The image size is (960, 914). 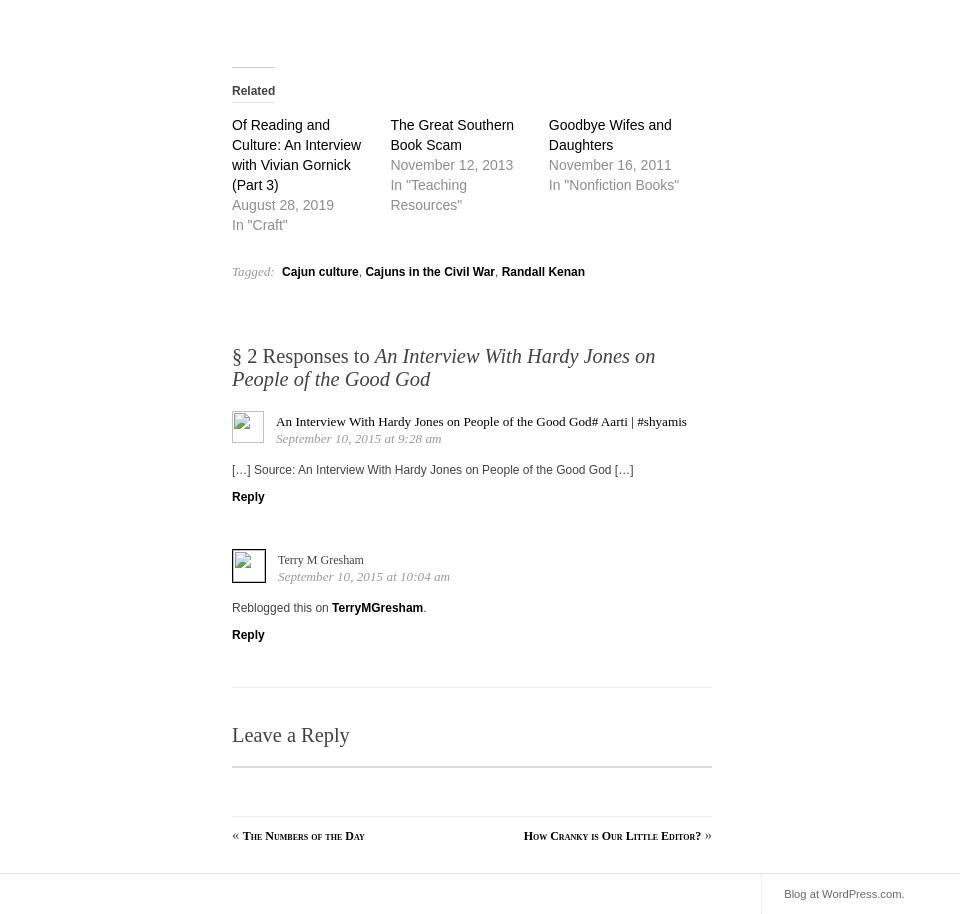 What do you see at coordinates (432, 469) in the screenshot?
I see `'[…] Source: An Interview With Hardy Jones on People of the Good God […]'` at bounding box center [432, 469].